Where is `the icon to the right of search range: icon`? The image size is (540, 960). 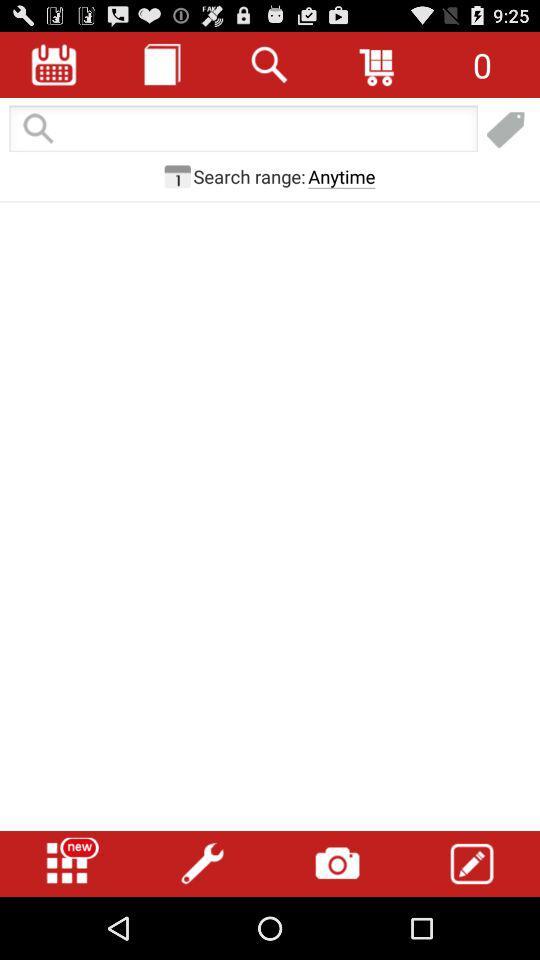
the icon to the right of search range: icon is located at coordinates (340, 175).